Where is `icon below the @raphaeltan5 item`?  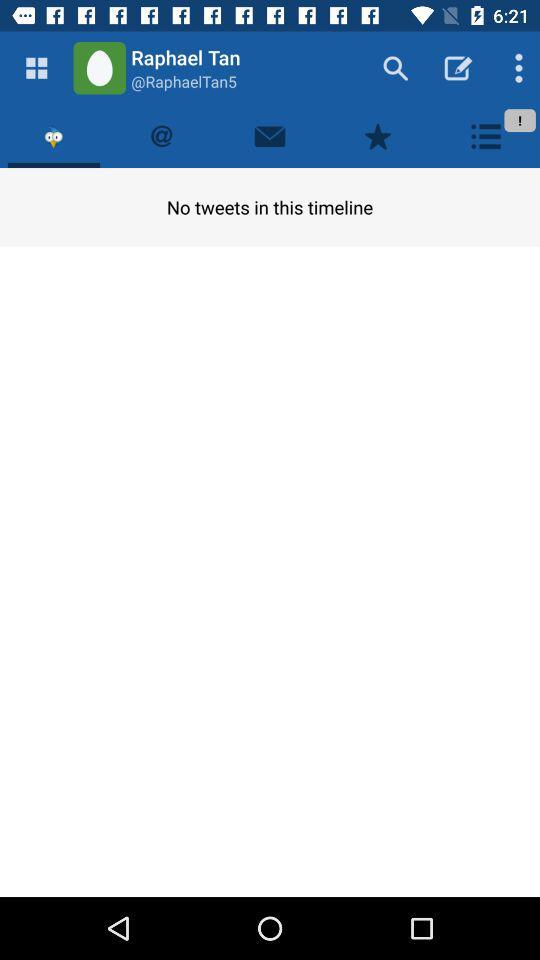 icon below the @raphaeltan5 item is located at coordinates (270, 135).